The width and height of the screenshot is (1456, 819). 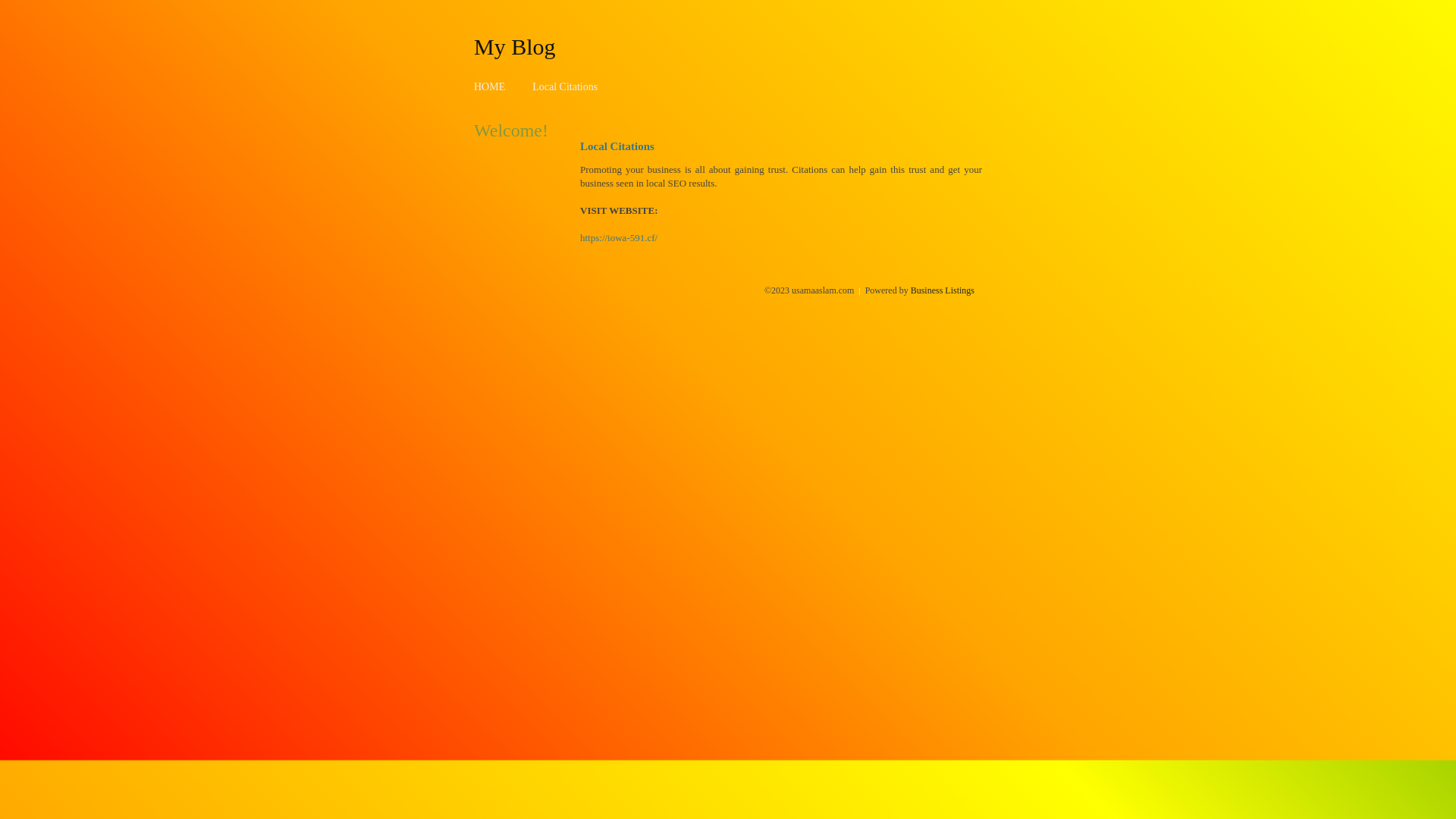 I want to click on 'HOME', so click(x=489, y=86).